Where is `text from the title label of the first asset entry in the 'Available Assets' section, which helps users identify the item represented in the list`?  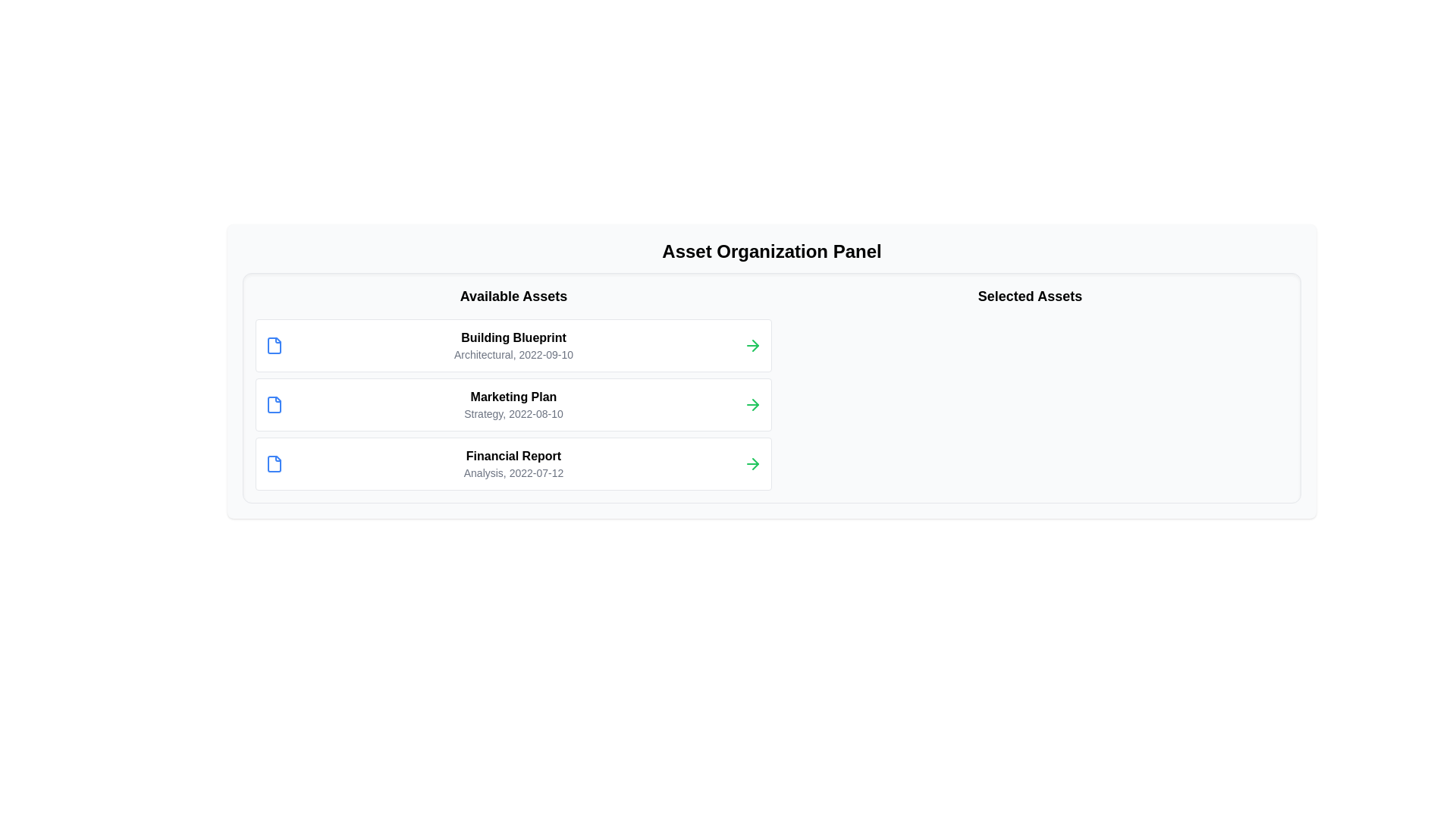
text from the title label of the first asset entry in the 'Available Assets' section, which helps users identify the item represented in the list is located at coordinates (513, 337).